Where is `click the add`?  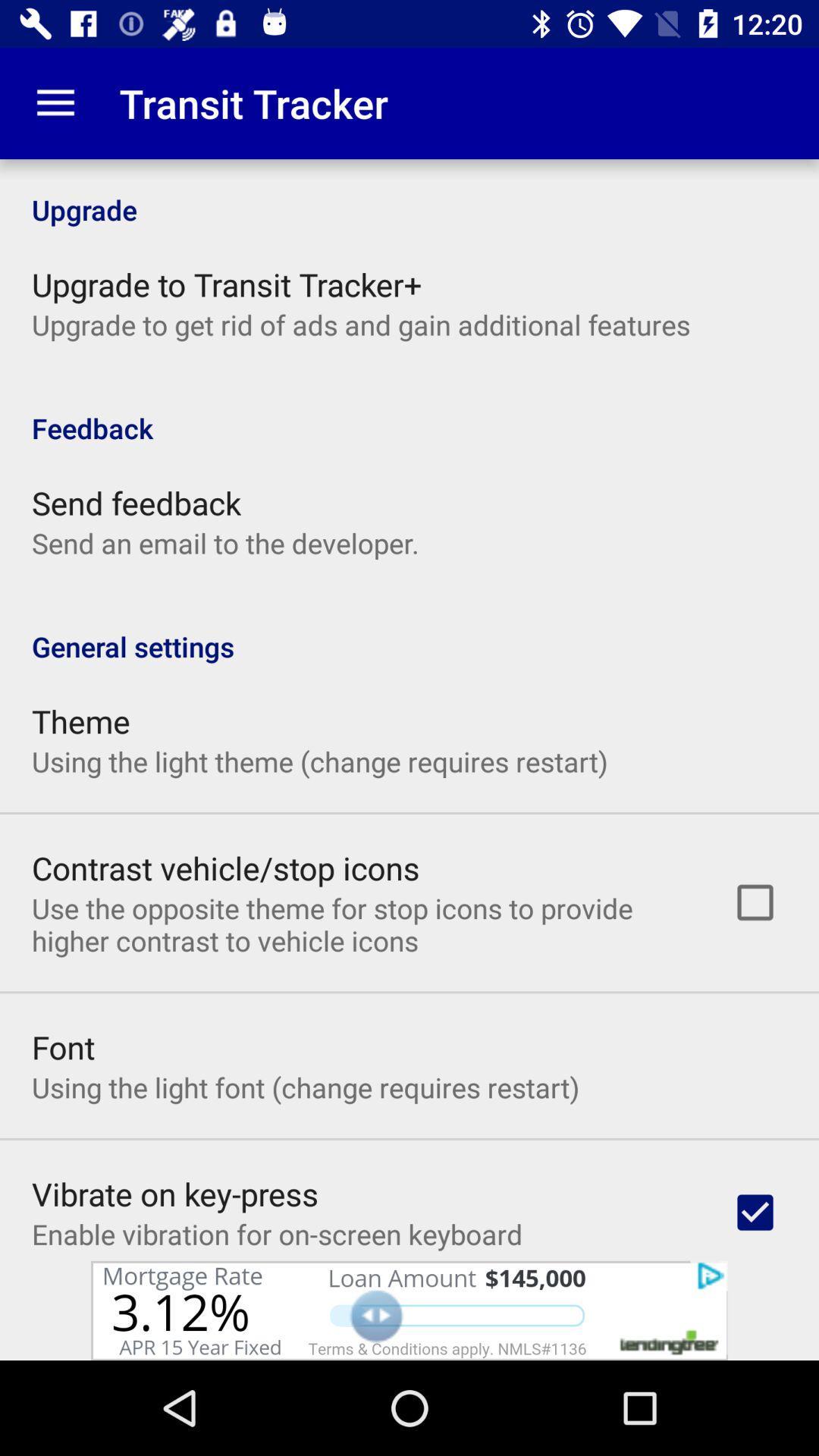 click the add is located at coordinates (409, 1310).